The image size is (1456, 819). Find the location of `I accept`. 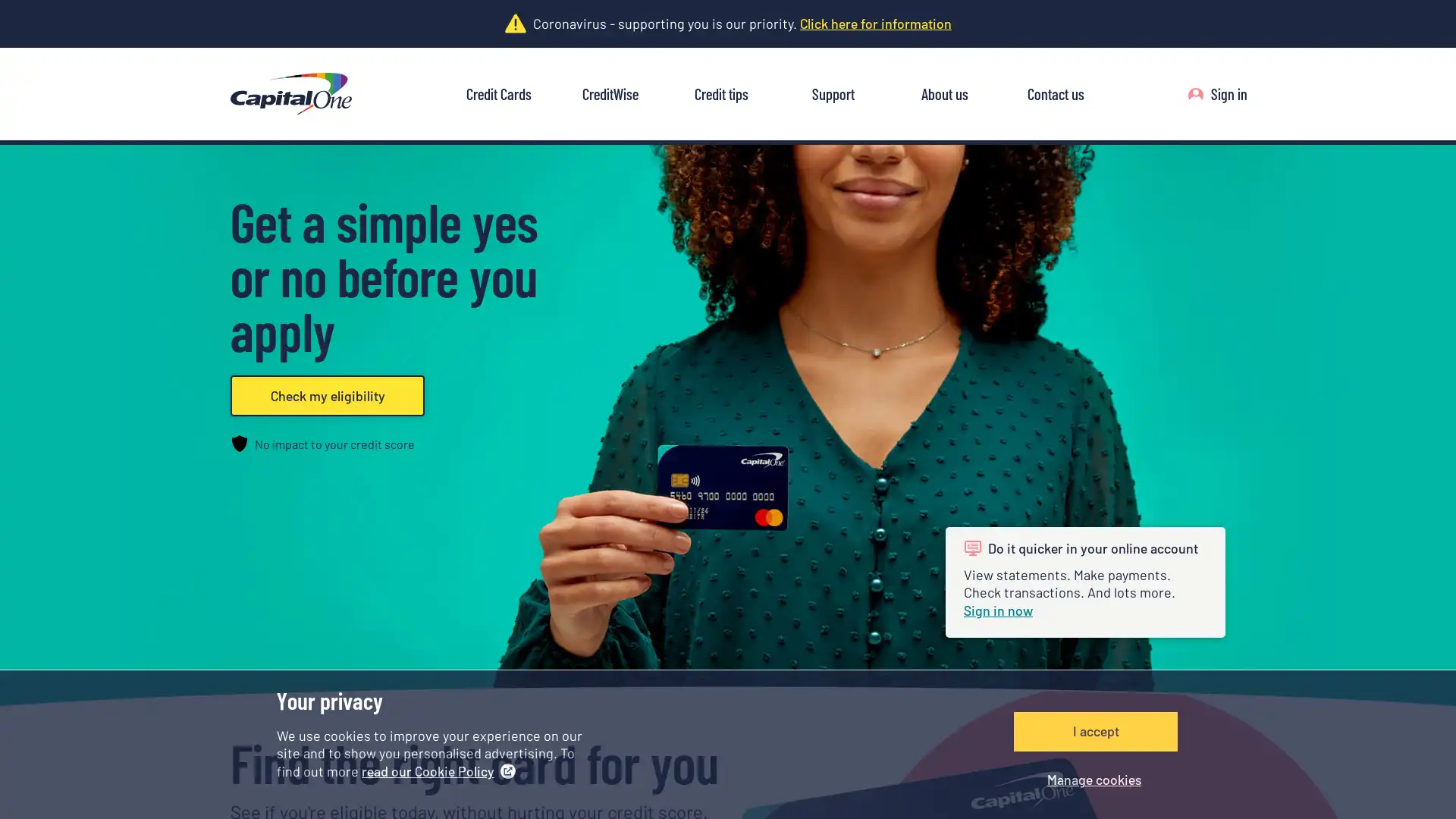

I accept is located at coordinates (1095, 730).